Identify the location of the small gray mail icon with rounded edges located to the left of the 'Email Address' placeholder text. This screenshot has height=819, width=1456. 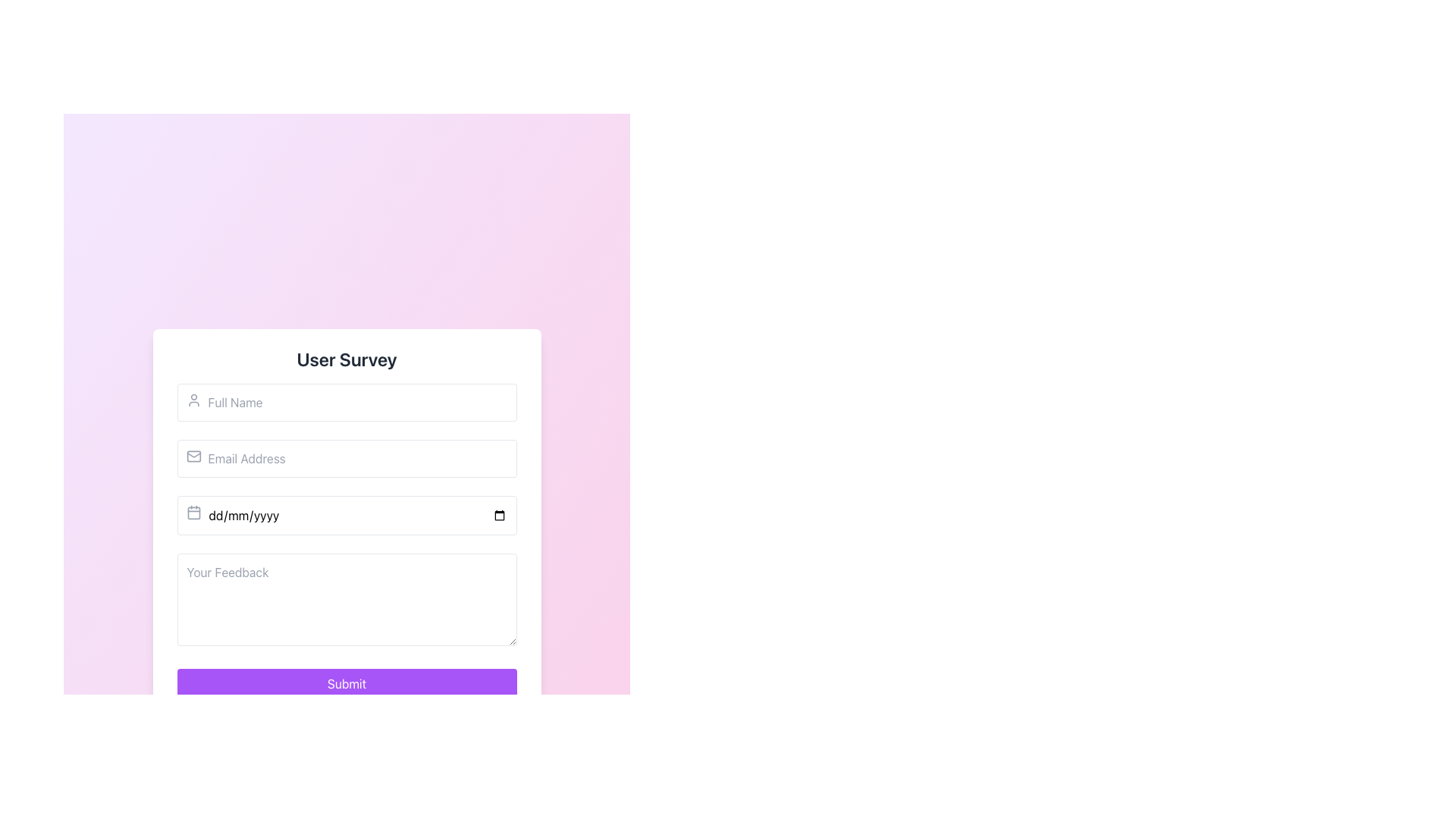
(193, 455).